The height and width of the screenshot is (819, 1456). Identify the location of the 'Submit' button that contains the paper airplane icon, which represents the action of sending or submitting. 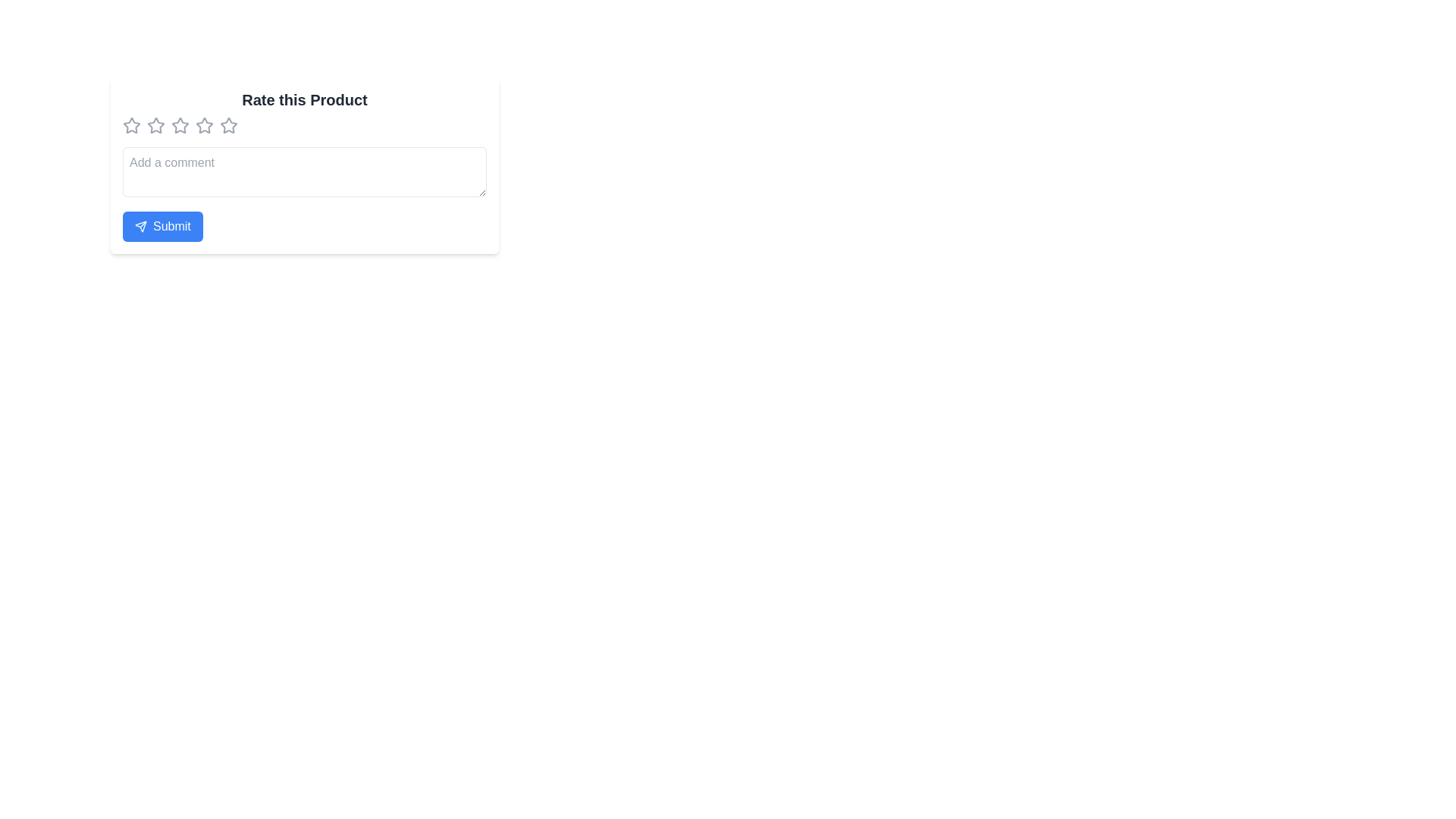
(141, 227).